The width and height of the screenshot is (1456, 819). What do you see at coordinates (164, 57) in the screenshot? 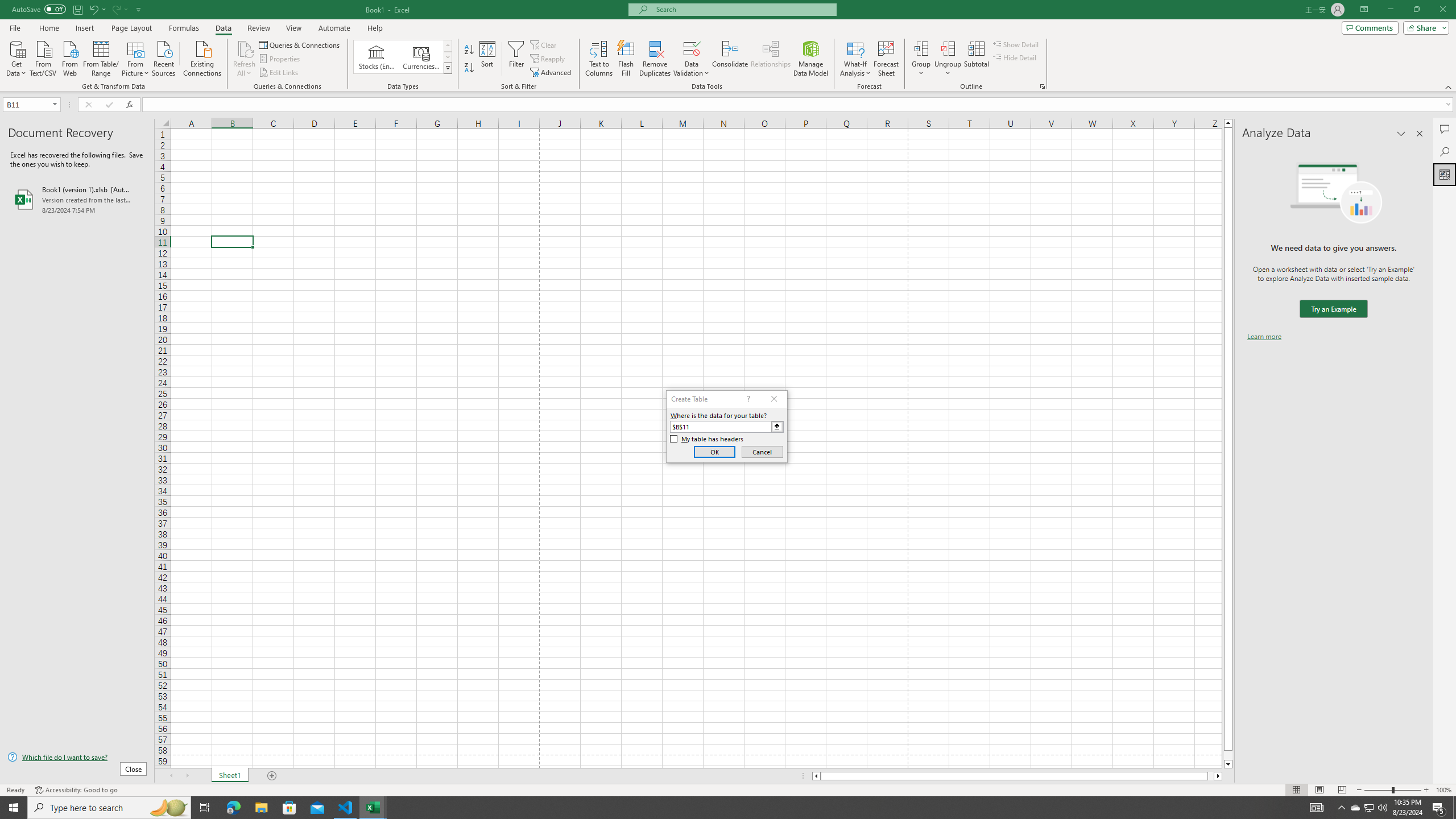
I see `'Recent Sources'` at bounding box center [164, 57].